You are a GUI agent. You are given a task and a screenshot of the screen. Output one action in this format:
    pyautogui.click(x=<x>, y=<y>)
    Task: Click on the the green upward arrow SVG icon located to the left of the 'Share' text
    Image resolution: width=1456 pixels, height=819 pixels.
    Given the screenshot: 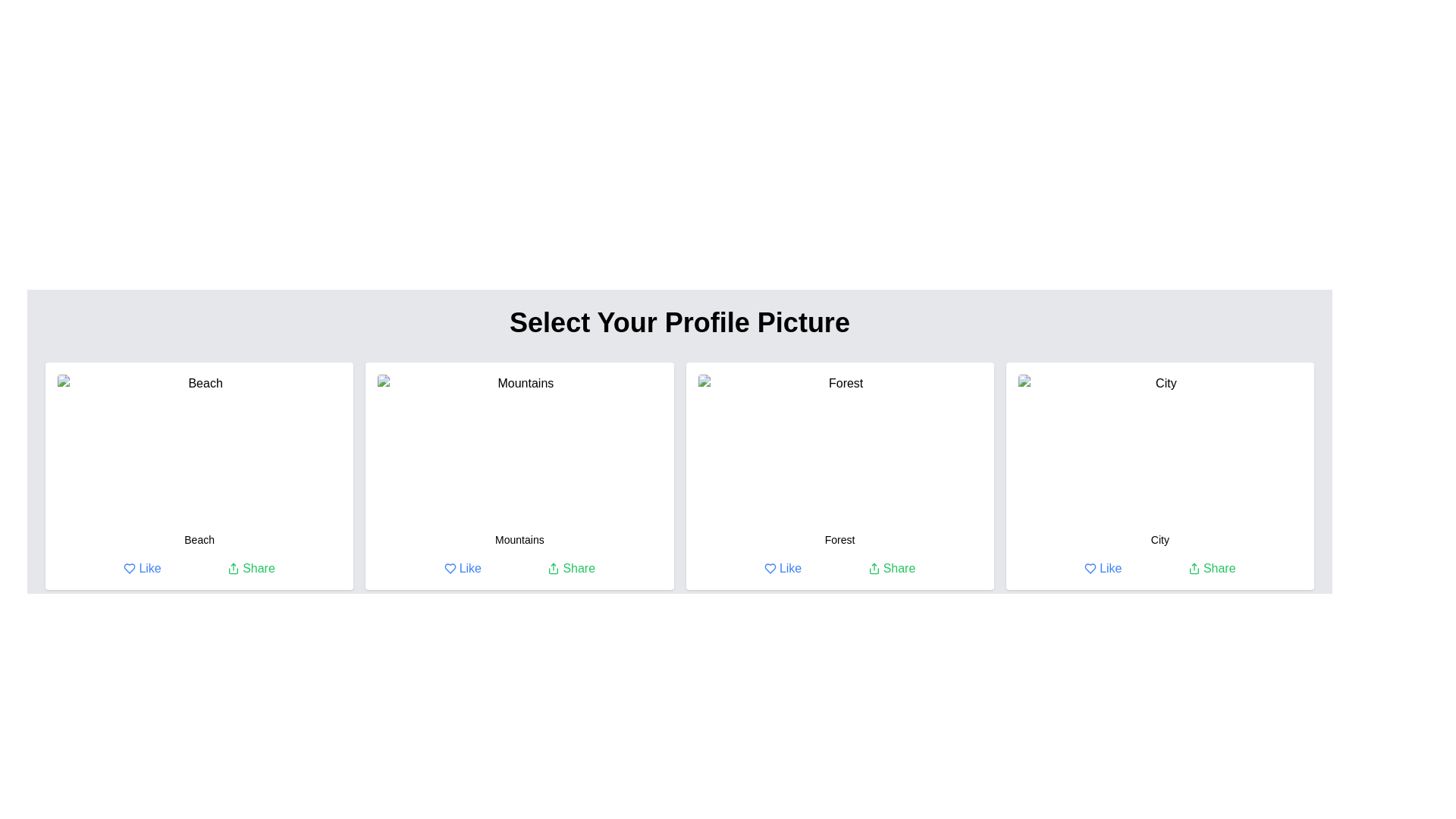 What is the action you would take?
    pyautogui.click(x=233, y=568)
    